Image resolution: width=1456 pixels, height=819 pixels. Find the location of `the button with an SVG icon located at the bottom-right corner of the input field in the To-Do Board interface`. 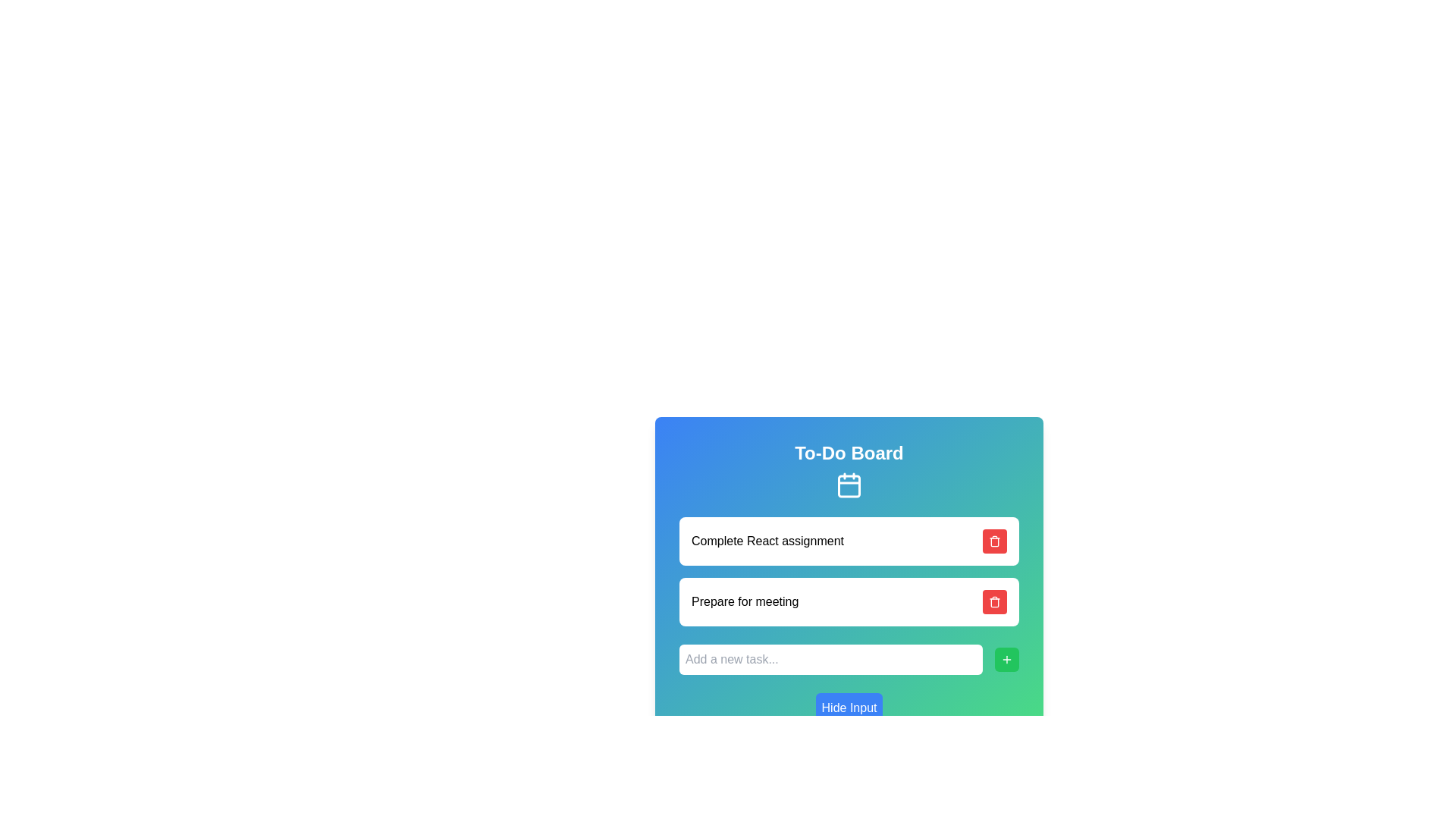

the button with an SVG icon located at the bottom-right corner of the input field in the To-Do Board interface is located at coordinates (1007, 659).